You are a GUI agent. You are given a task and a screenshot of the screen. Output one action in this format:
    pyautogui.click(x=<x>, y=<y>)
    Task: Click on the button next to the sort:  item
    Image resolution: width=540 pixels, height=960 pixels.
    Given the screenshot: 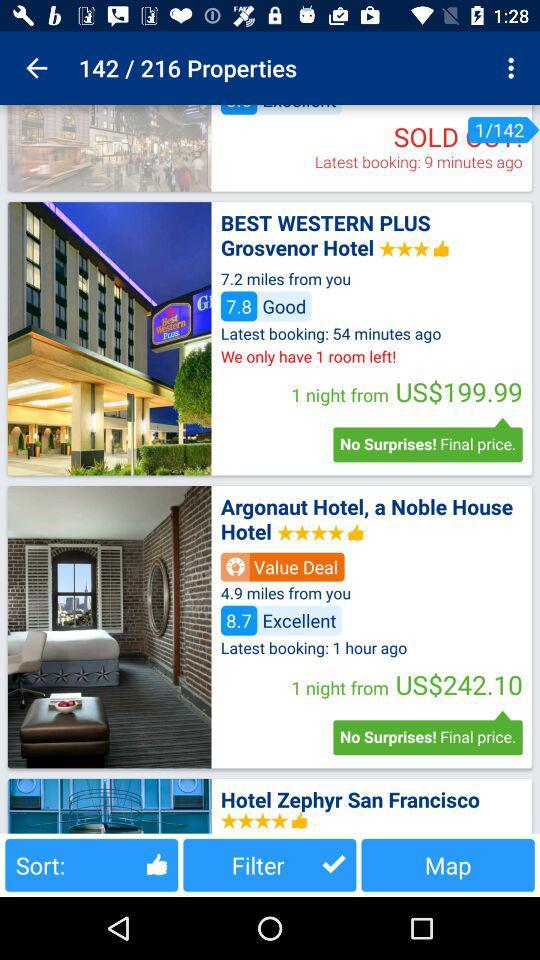 What is the action you would take?
    pyautogui.click(x=269, y=864)
    